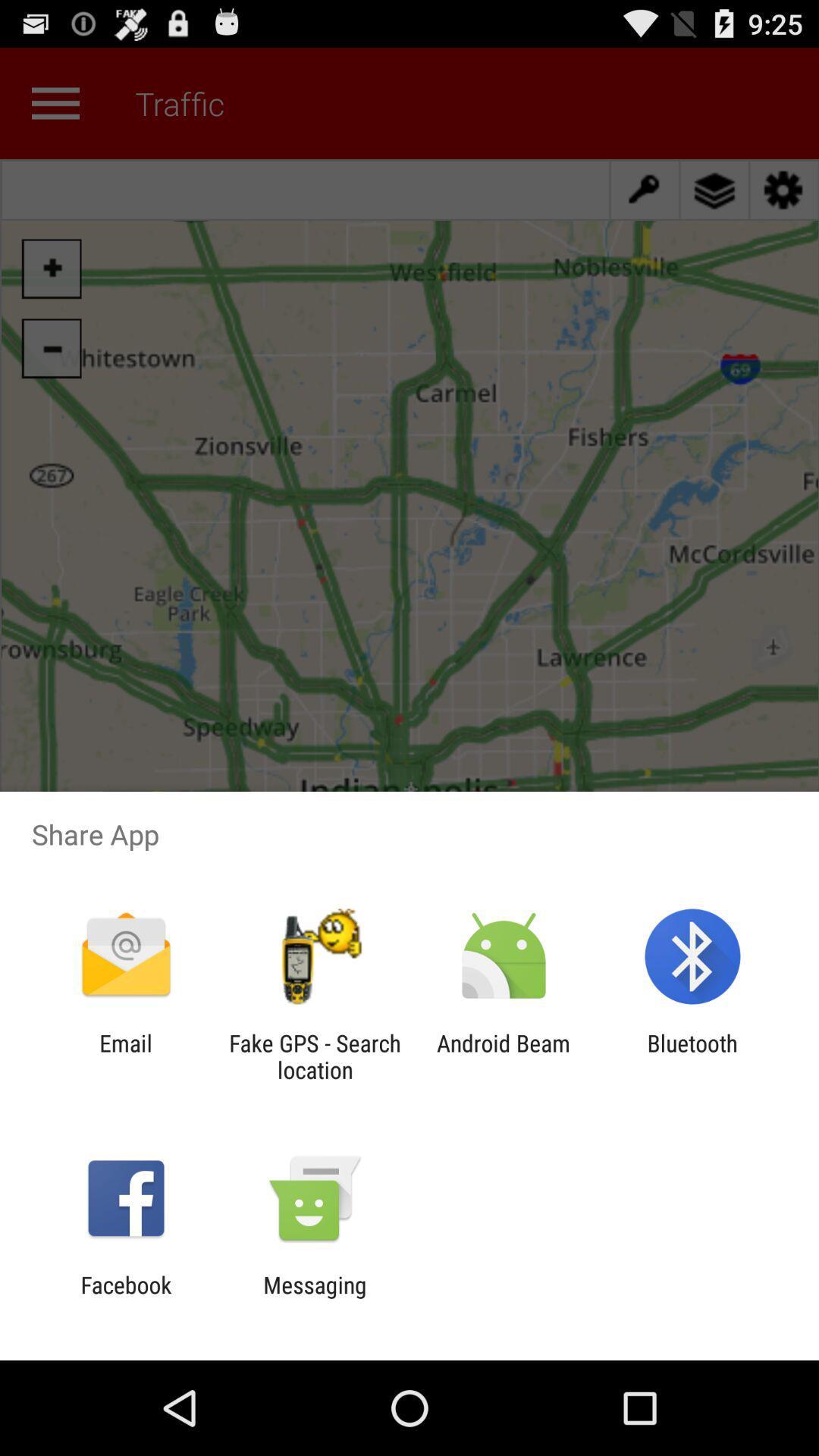  Describe the element at coordinates (314, 1056) in the screenshot. I see `fake gps search item` at that location.